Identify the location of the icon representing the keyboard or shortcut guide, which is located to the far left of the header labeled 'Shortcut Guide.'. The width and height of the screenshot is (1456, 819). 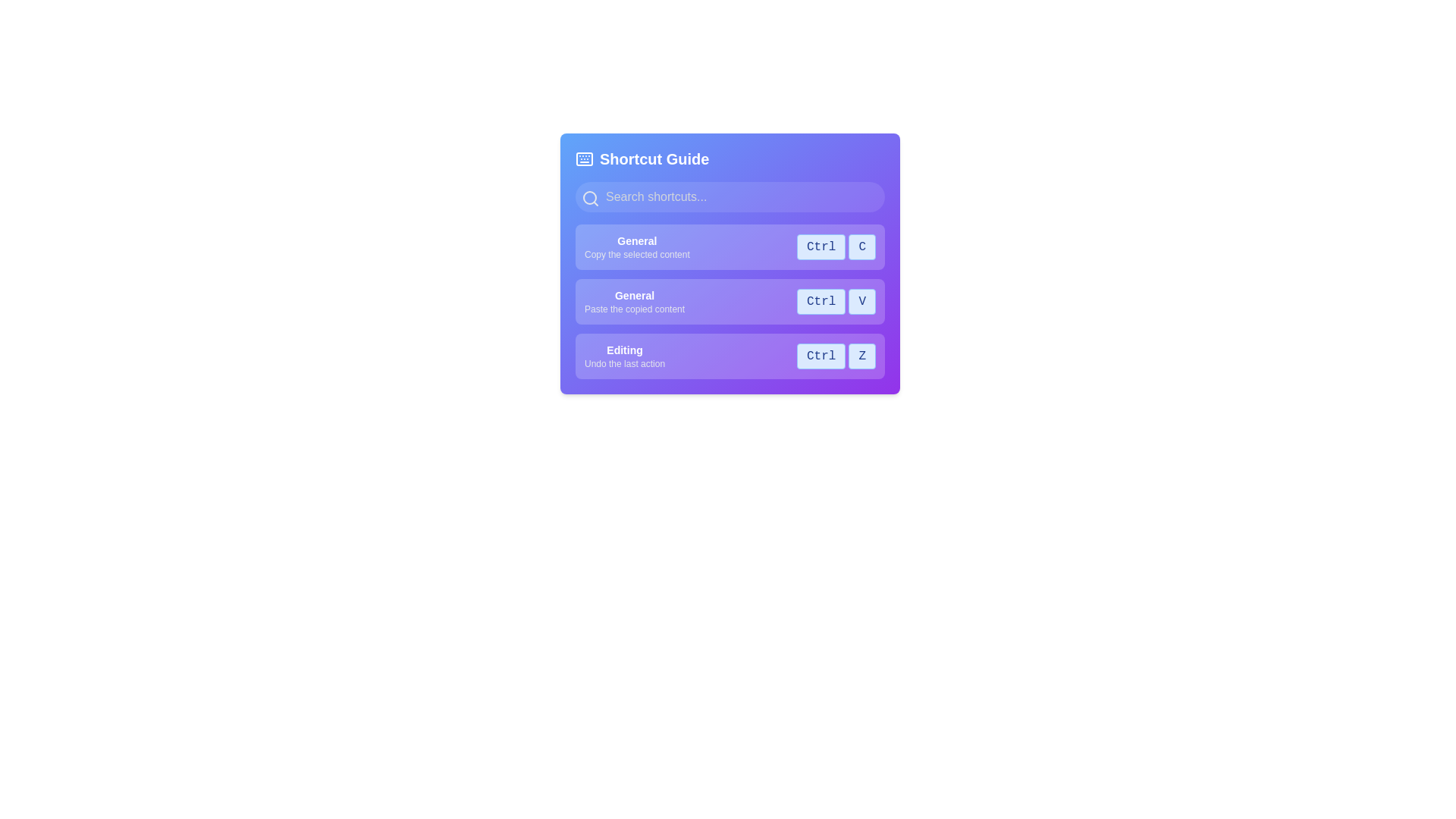
(584, 158).